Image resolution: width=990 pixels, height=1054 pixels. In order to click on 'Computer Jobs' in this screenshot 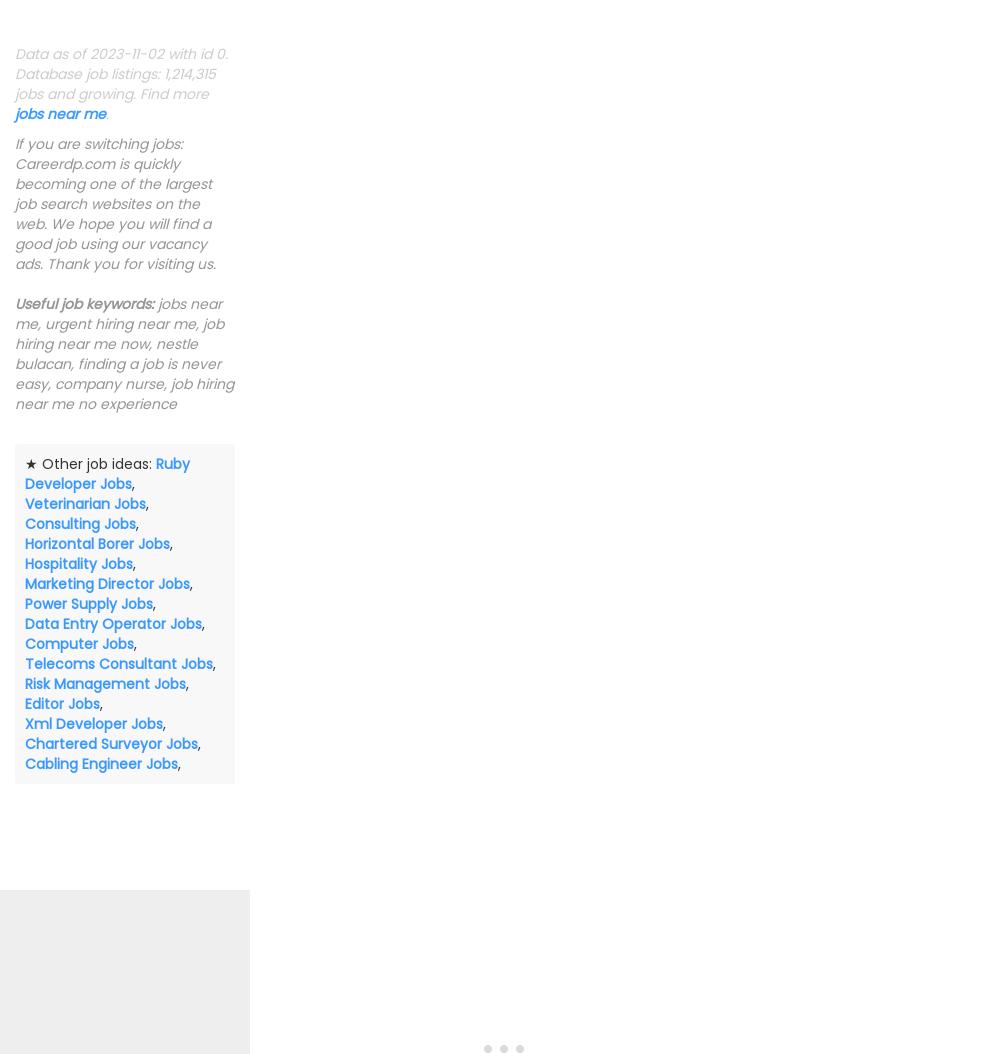, I will do `click(79, 643)`.